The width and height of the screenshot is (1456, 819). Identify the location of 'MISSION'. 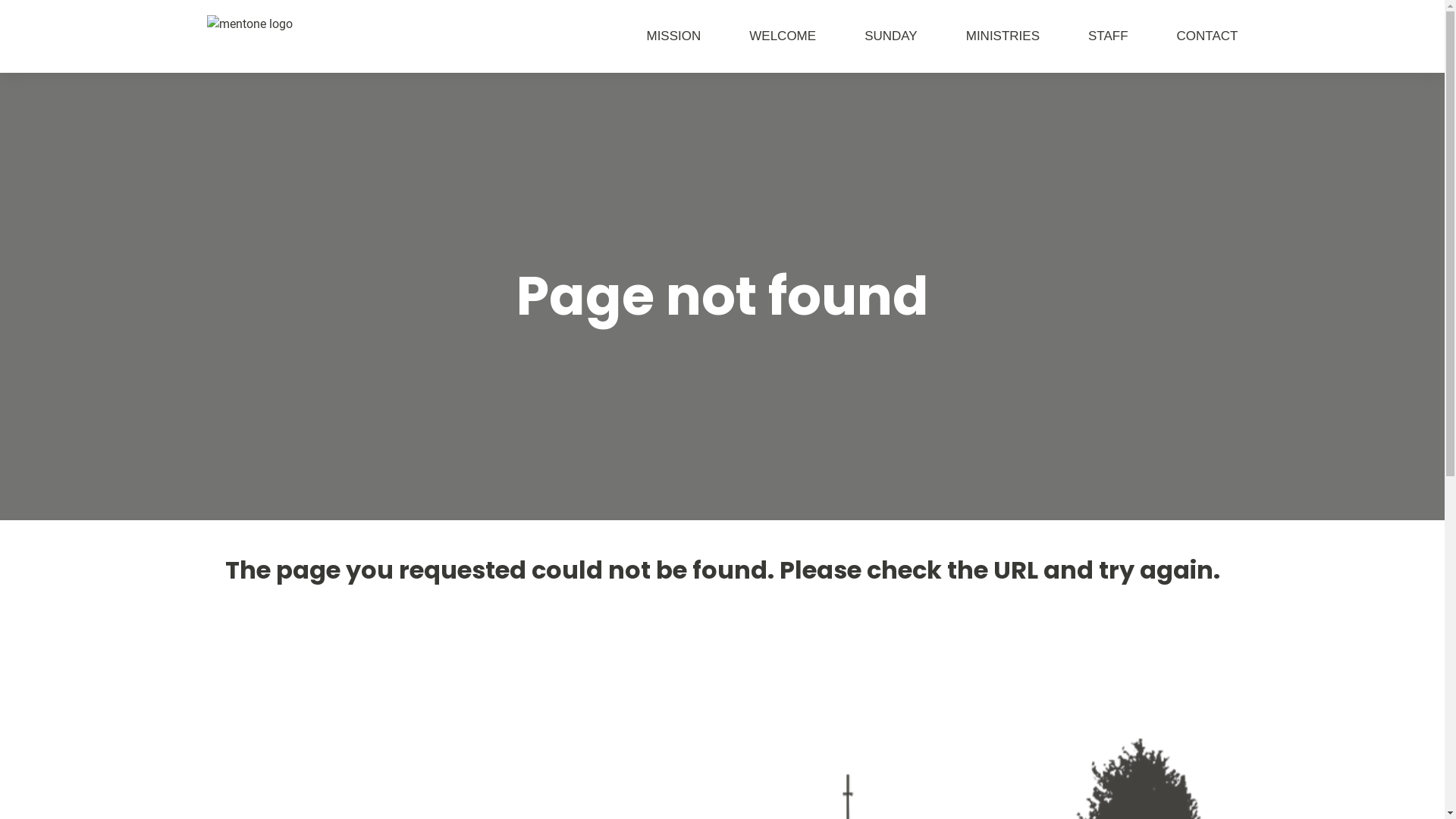
(596, 35).